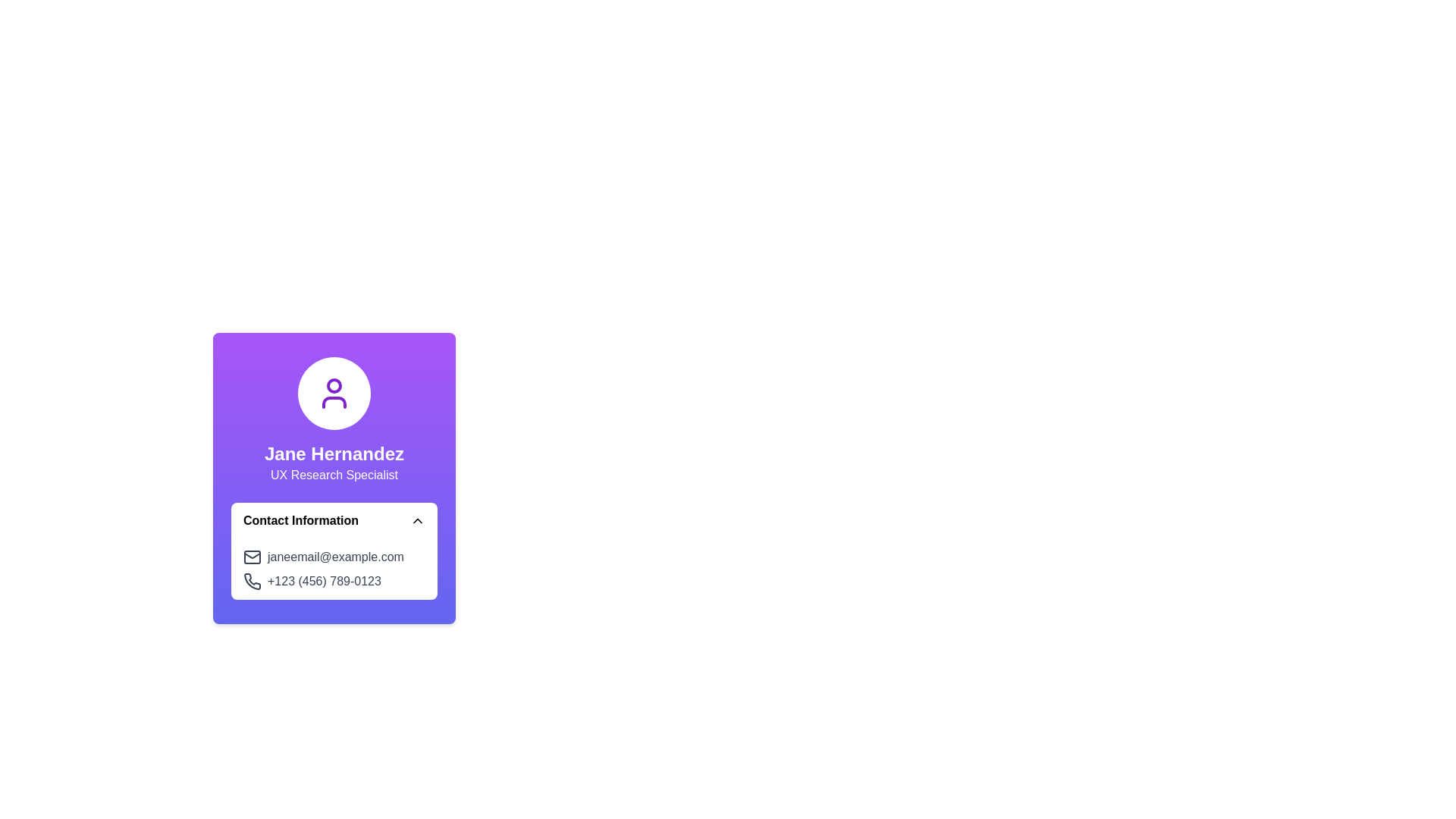 Image resolution: width=1456 pixels, height=819 pixels. I want to click on the text block displaying 'Jane Hernandez' and 'UX Research Specialist' by moving the cursor to its center point, so click(334, 462).